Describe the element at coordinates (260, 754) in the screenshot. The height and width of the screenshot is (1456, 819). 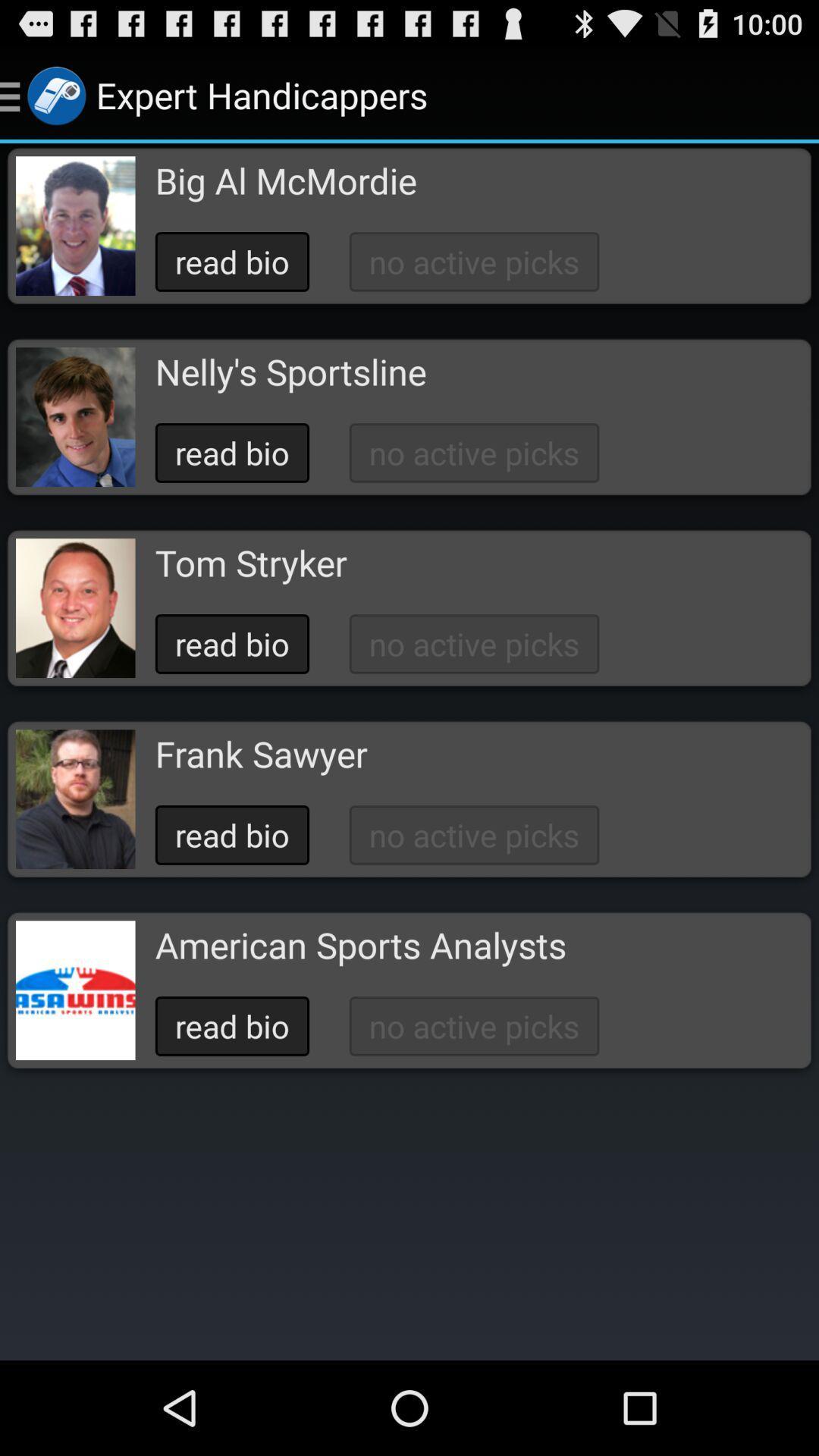
I see `the frank sawyer` at that location.